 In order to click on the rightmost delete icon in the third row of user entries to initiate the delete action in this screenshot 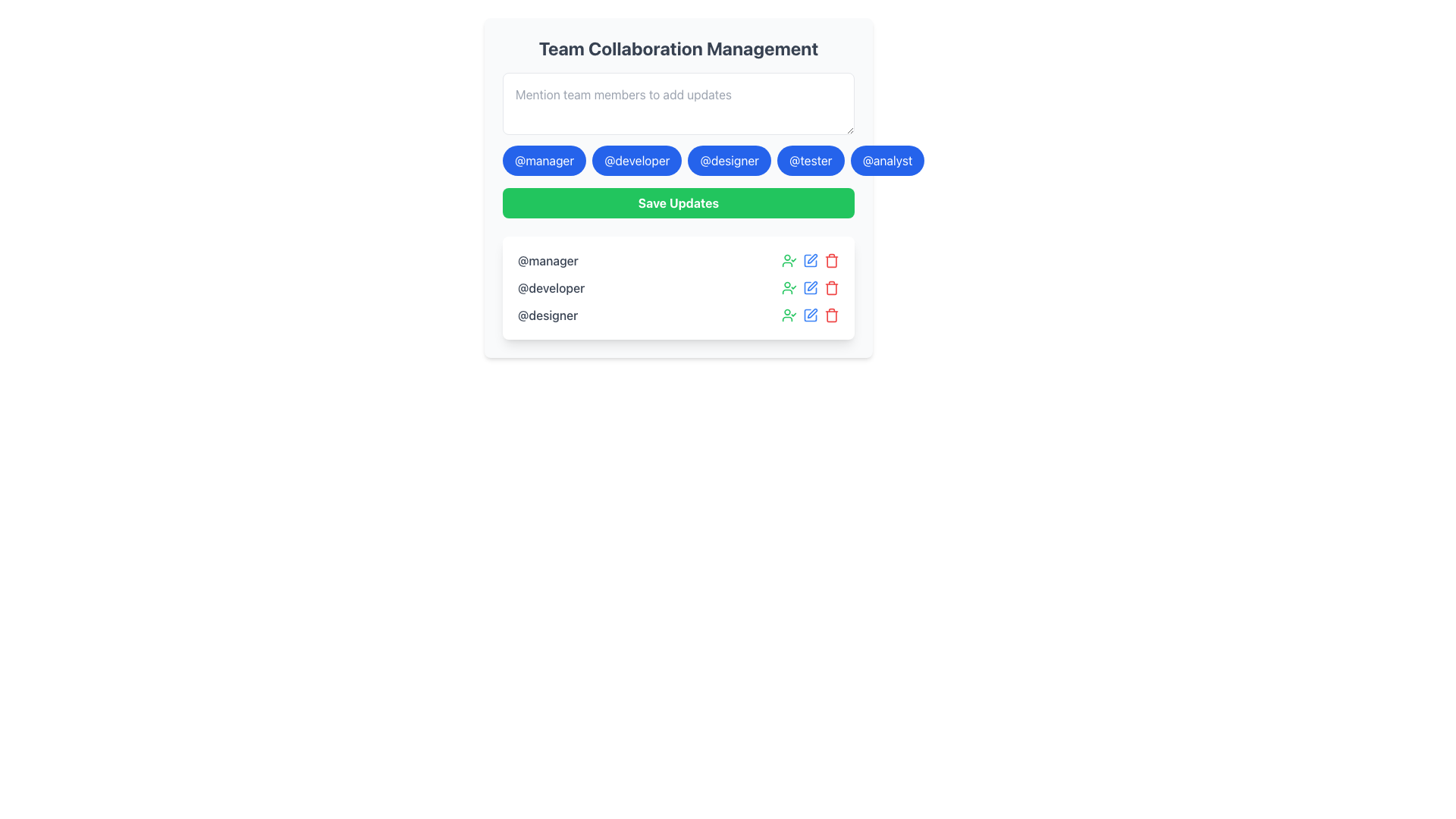, I will do `click(831, 315)`.